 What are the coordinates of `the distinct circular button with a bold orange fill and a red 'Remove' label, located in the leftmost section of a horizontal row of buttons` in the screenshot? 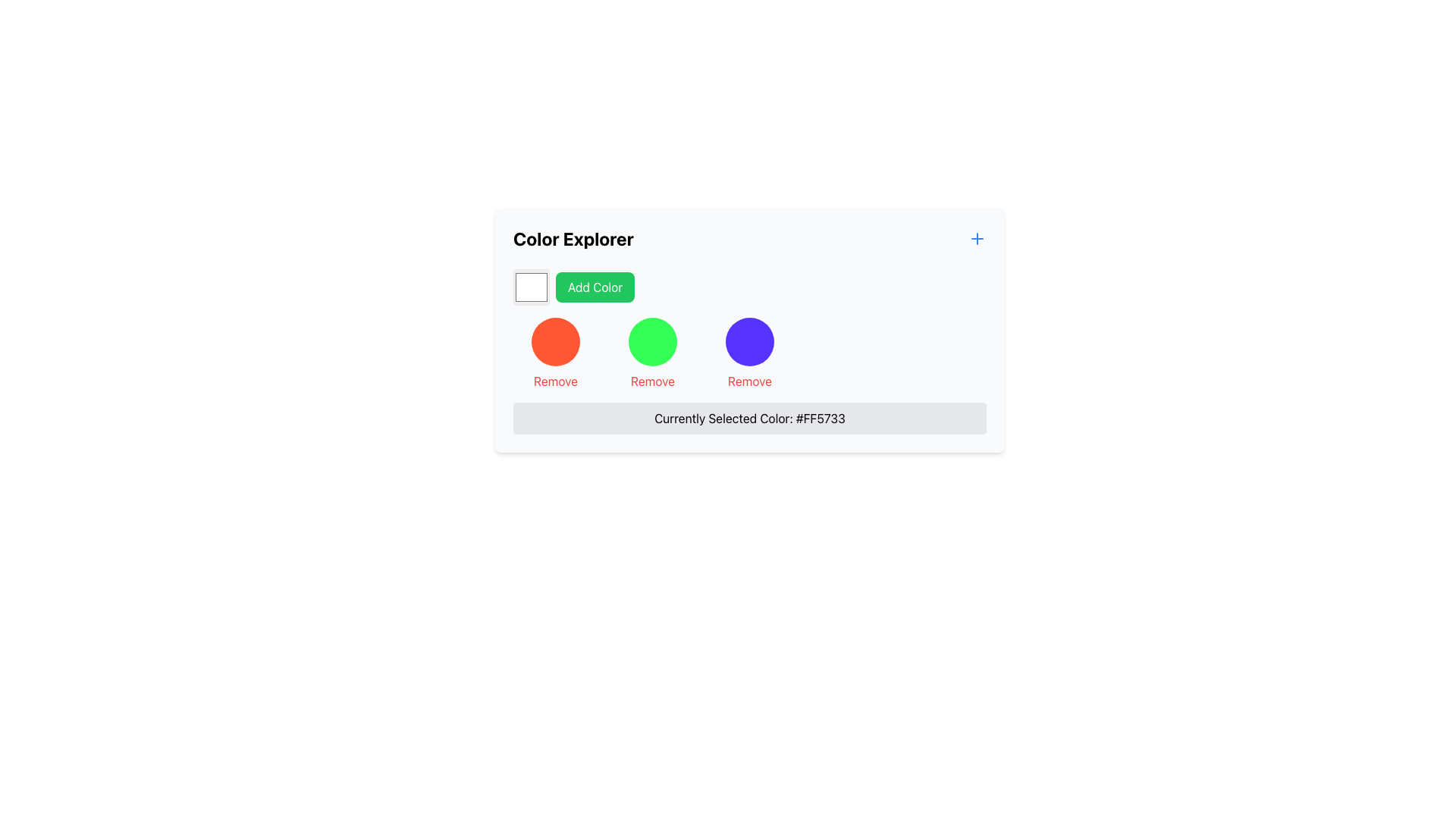 It's located at (555, 353).